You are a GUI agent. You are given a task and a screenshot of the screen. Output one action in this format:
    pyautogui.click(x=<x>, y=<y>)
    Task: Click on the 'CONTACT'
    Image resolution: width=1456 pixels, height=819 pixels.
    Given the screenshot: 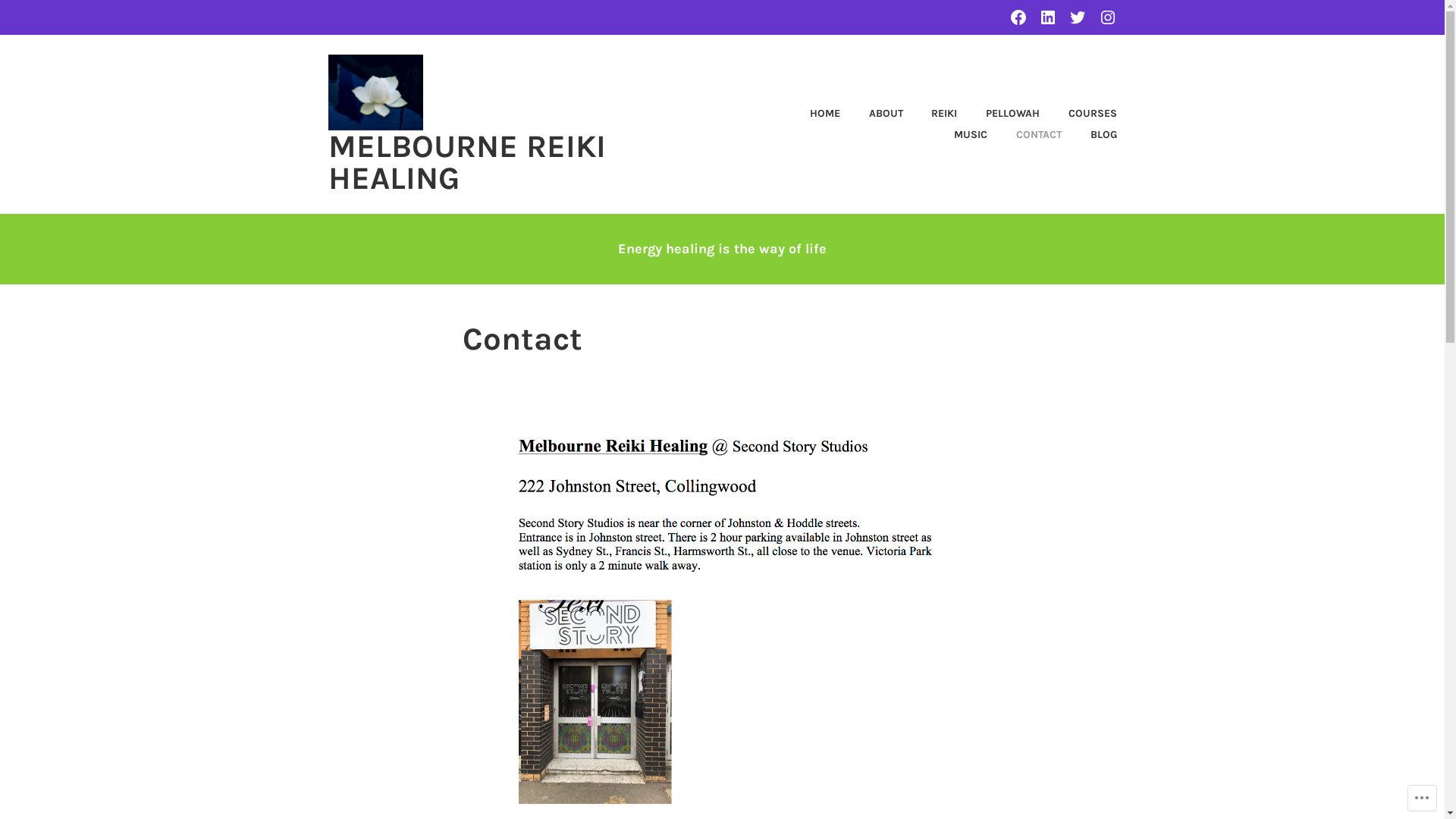 What is the action you would take?
    pyautogui.click(x=1026, y=133)
    